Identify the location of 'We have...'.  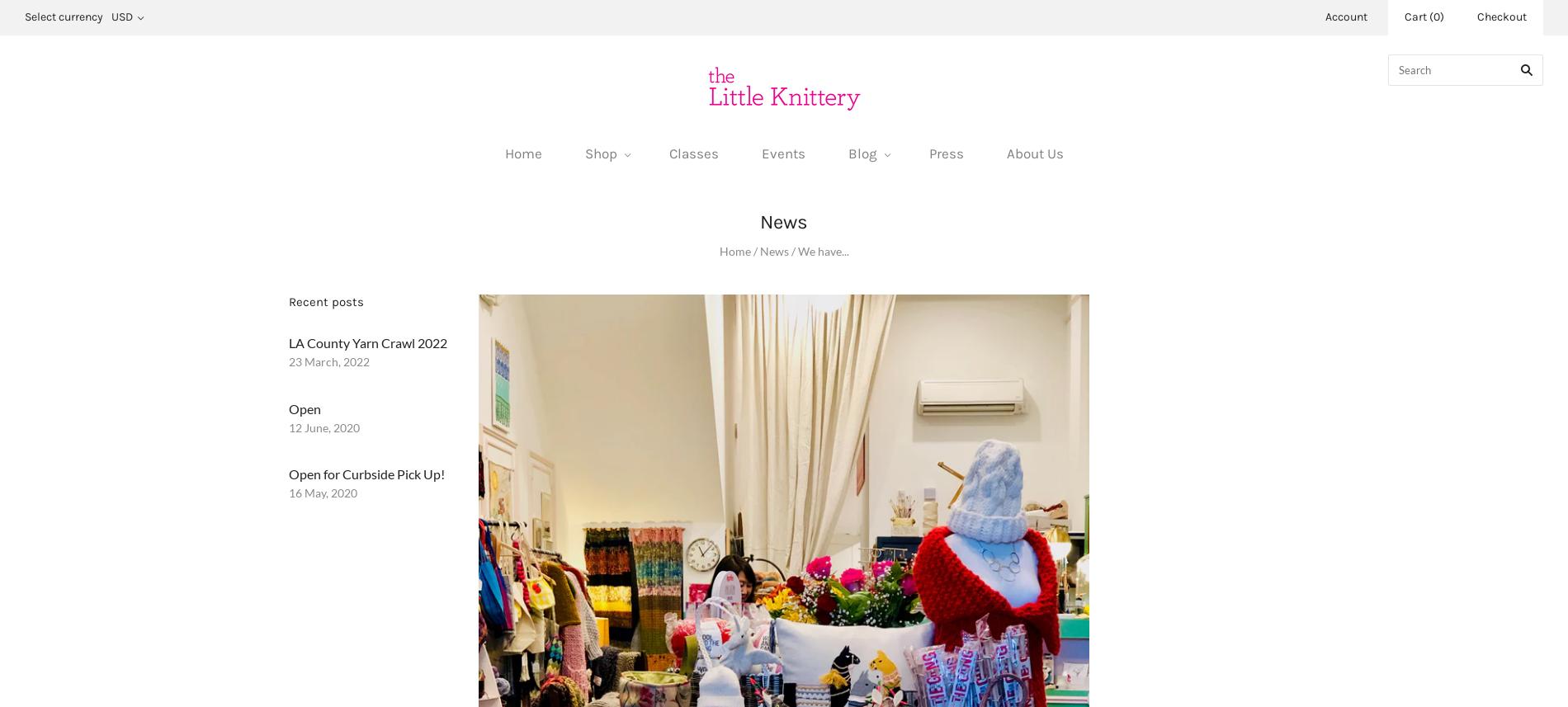
(796, 250).